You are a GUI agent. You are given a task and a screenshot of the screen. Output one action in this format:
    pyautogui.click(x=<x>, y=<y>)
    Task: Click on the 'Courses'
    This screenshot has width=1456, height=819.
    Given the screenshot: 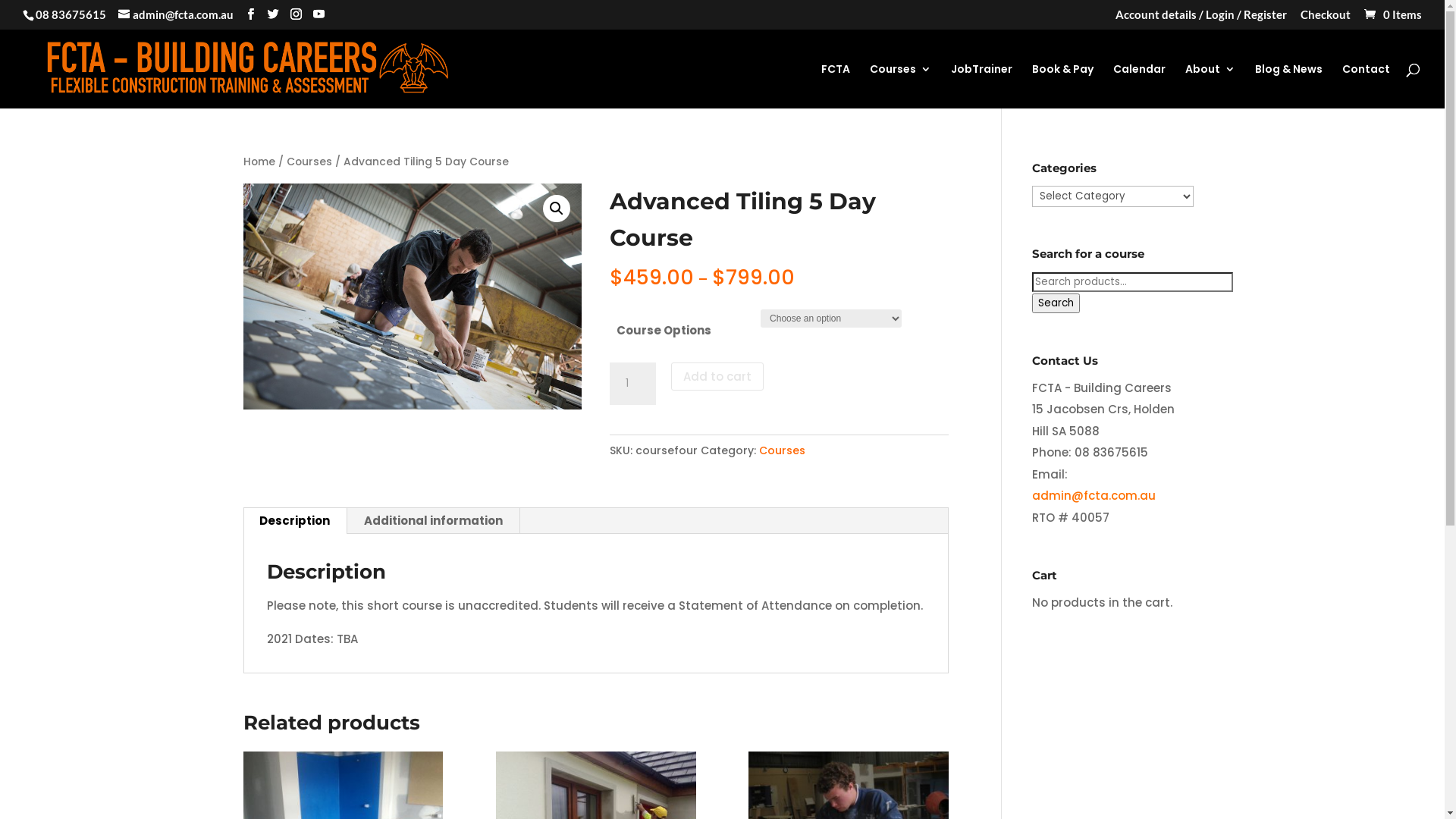 What is the action you would take?
    pyautogui.click(x=309, y=162)
    